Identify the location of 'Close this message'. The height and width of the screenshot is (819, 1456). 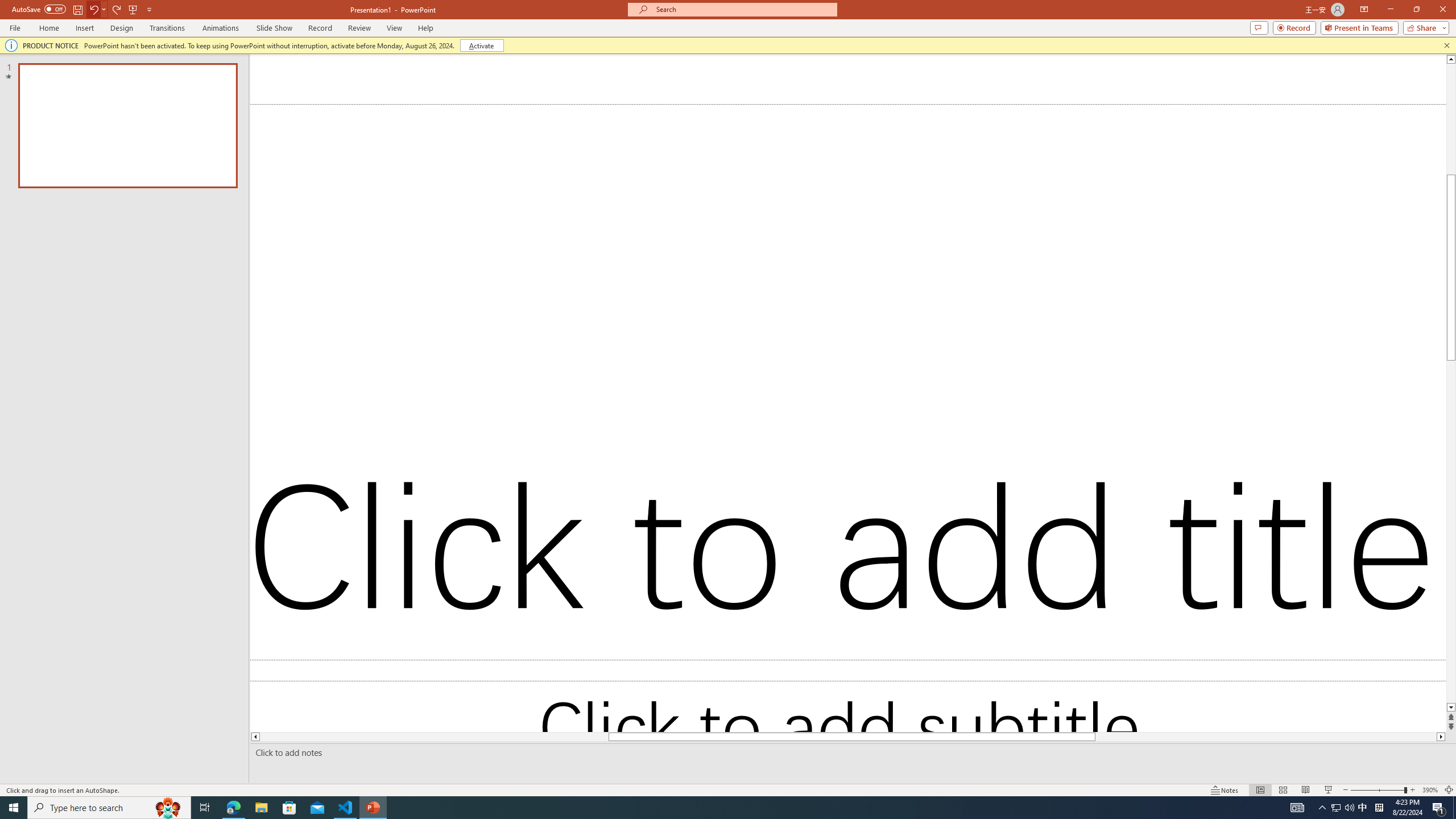
(1446, 44).